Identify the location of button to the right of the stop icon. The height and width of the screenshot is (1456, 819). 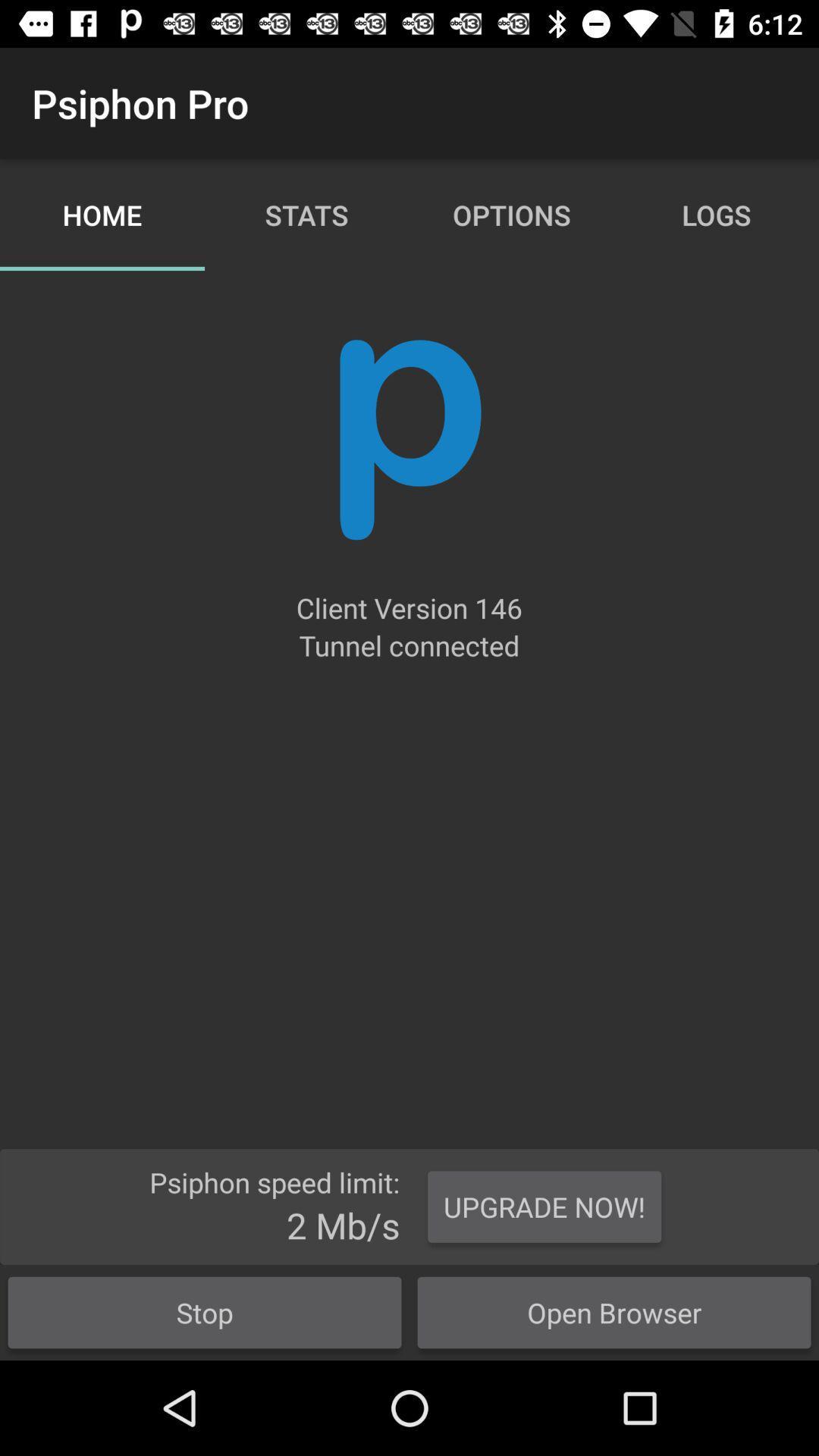
(544, 1206).